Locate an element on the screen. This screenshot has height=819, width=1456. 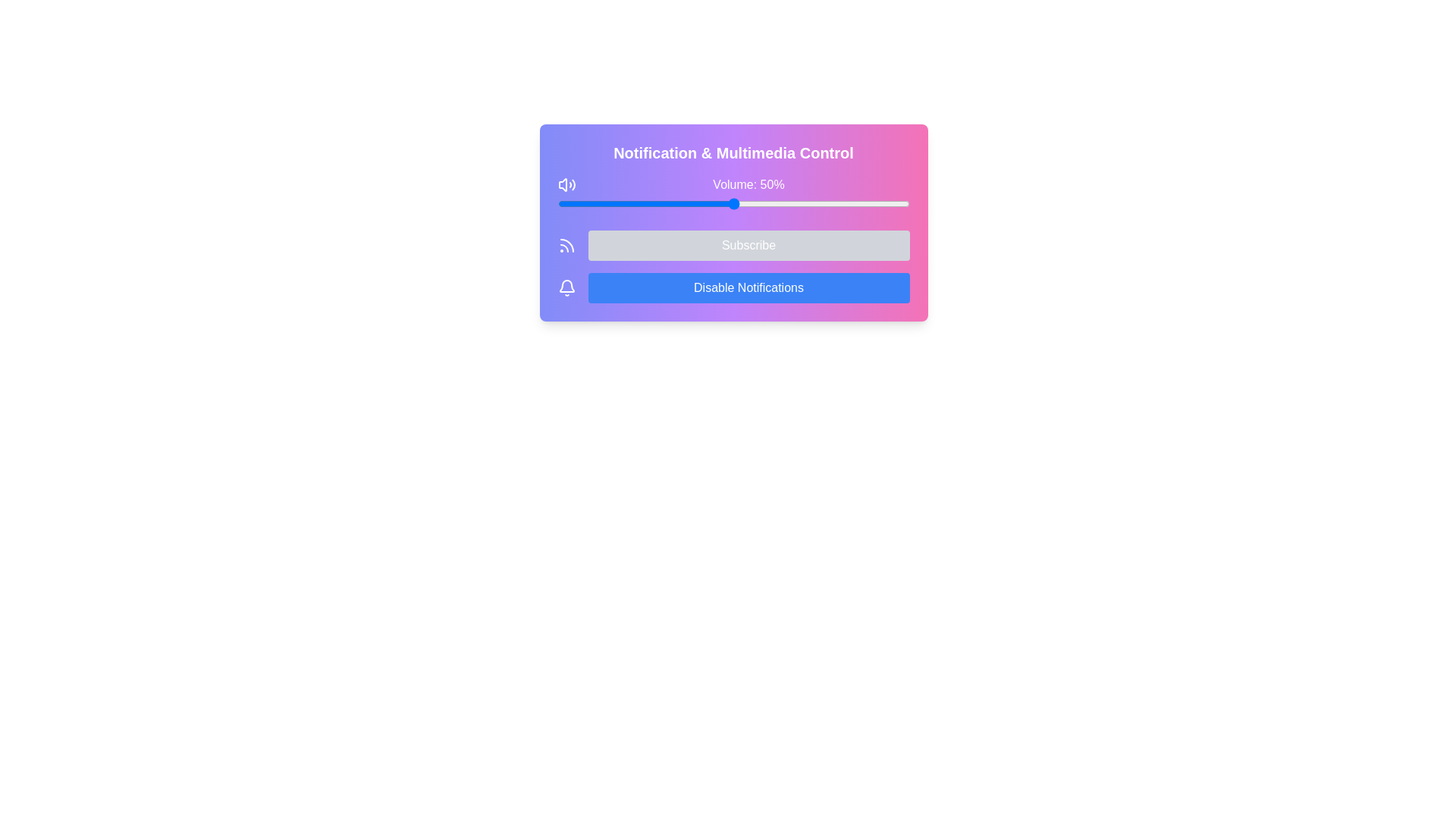
the RSS icon, which is a stylized feed symbol with curved lines and a small circle in the lower-left corner, located immediately to the left of the 'Subscribe' button is located at coordinates (566, 245).